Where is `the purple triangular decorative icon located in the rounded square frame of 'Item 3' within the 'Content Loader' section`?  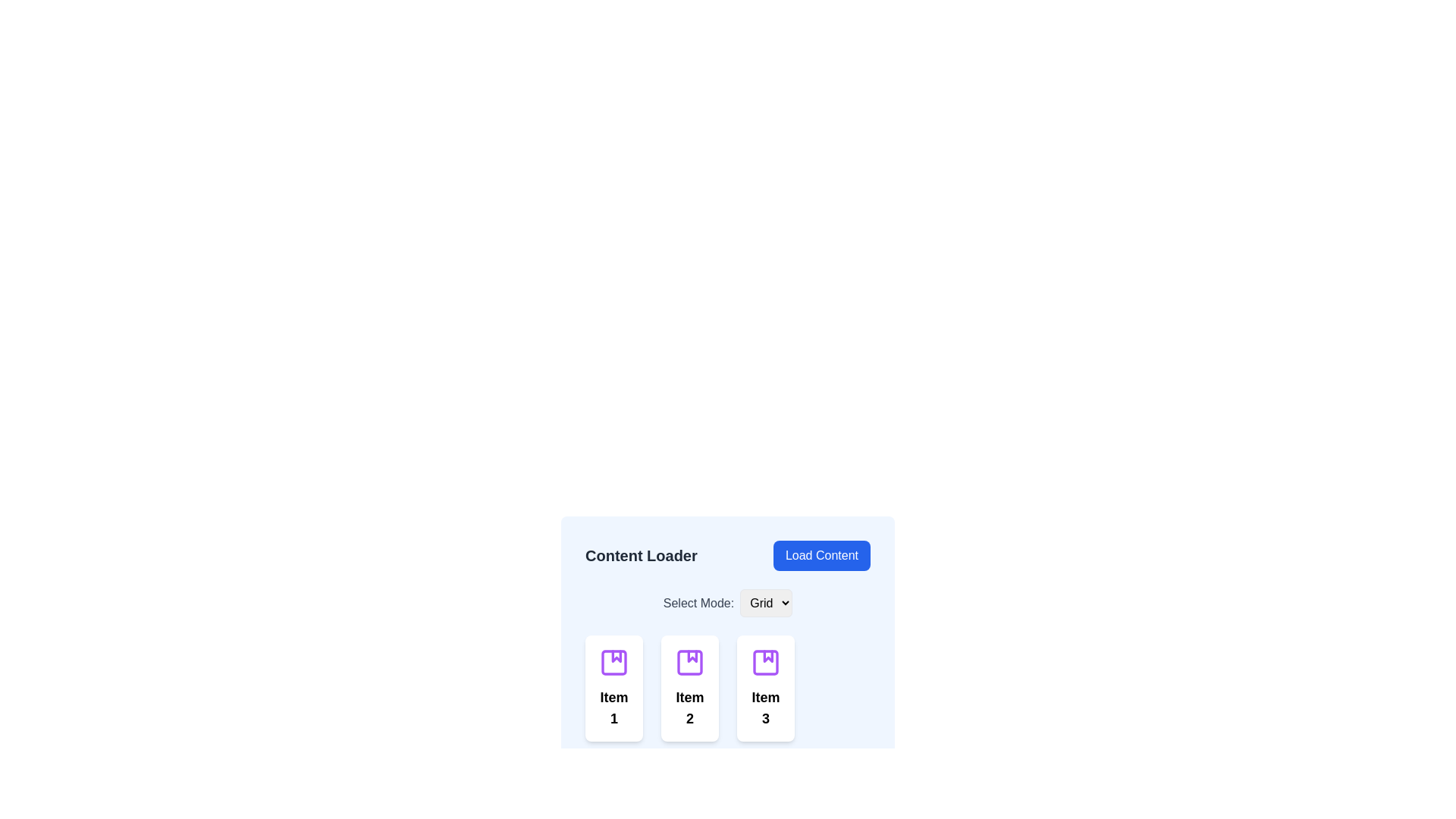 the purple triangular decorative icon located in the rounded square frame of 'Item 3' within the 'Content Loader' section is located at coordinates (768, 655).